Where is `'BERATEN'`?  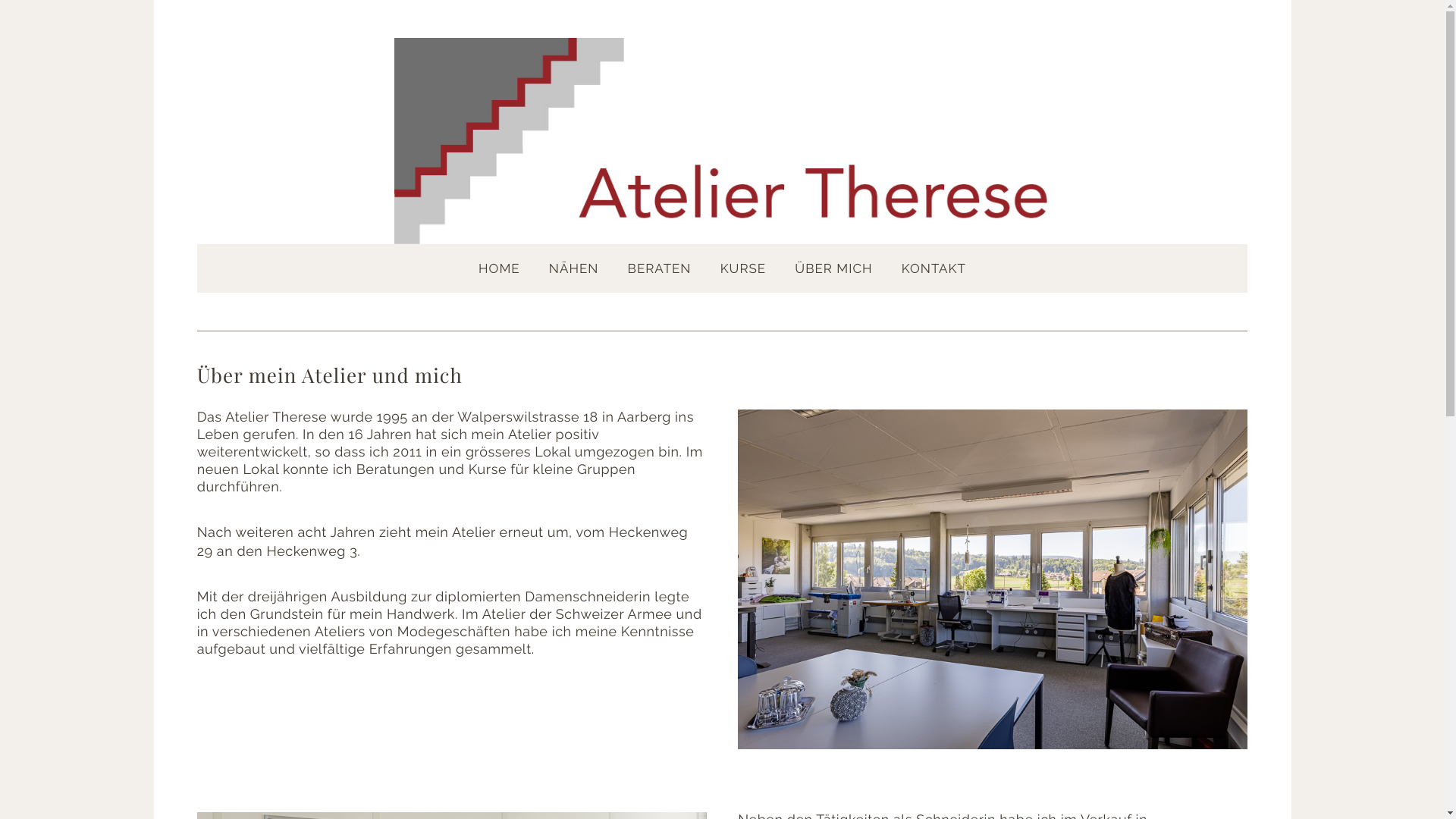
'BERATEN' is located at coordinates (659, 268).